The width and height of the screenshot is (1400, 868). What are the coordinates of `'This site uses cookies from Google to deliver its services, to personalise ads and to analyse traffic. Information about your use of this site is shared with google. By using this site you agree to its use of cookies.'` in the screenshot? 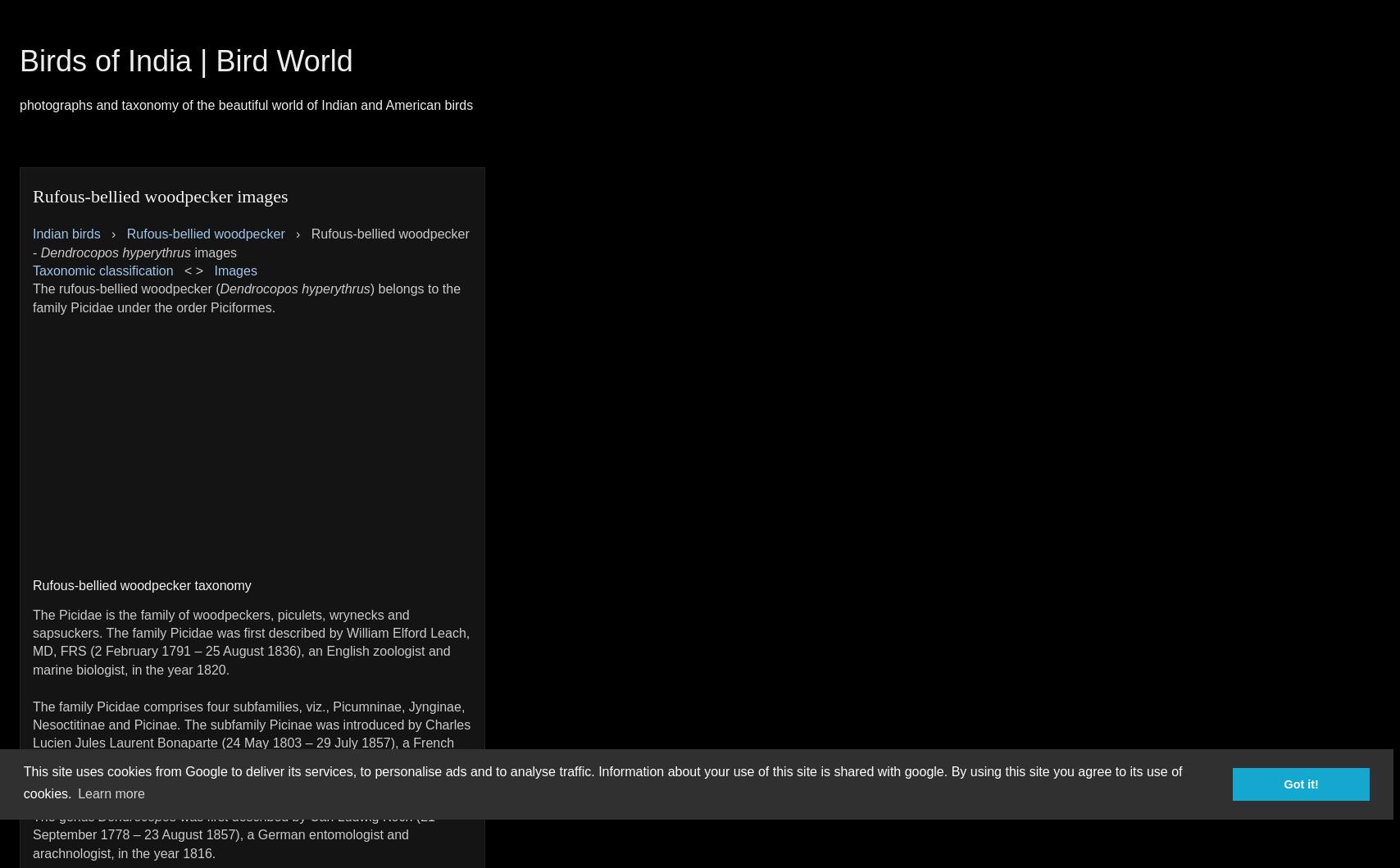 It's located at (602, 781).